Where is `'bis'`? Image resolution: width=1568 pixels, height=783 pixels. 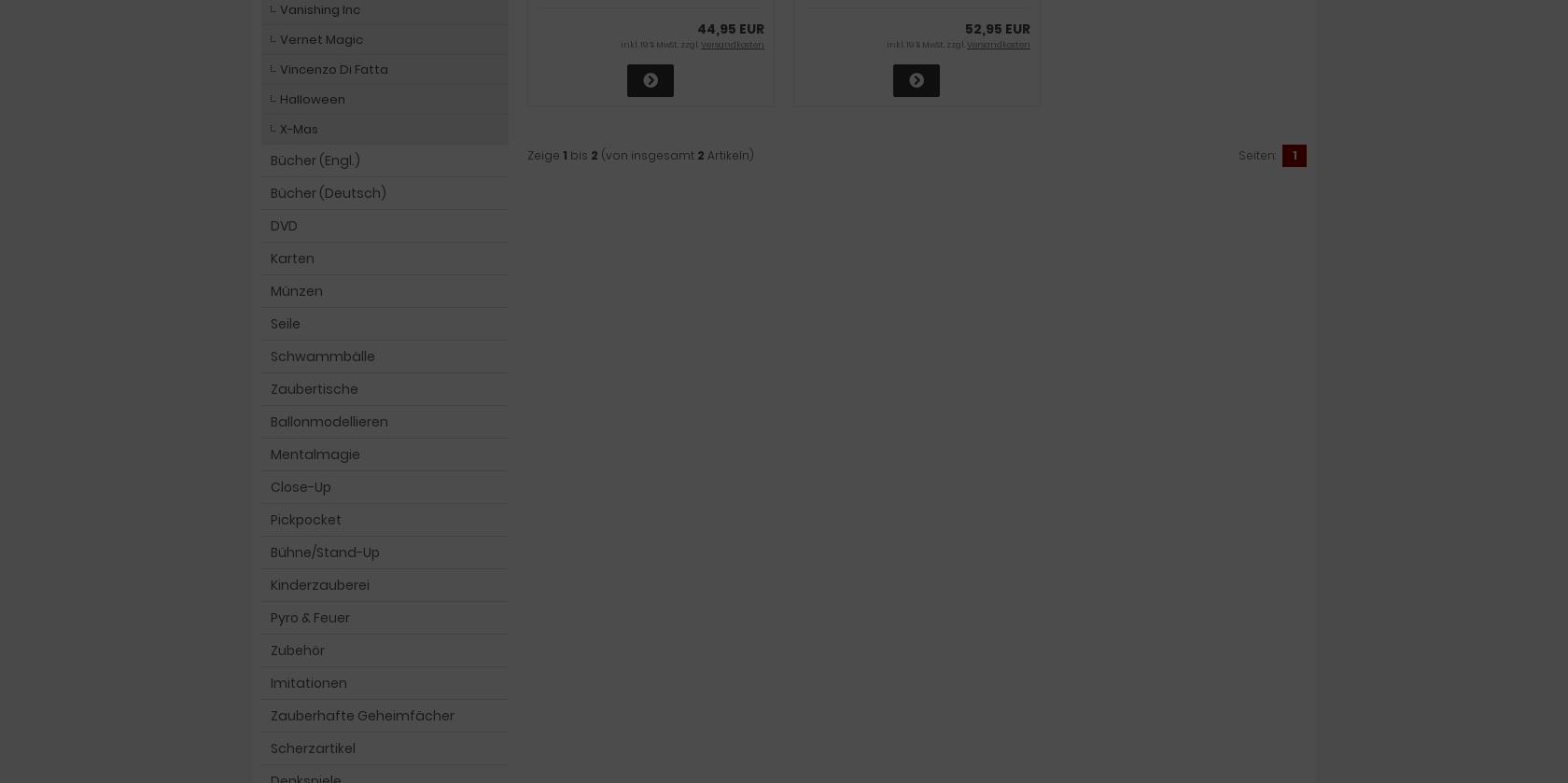
'bis' is located at coordinates (579, 154).